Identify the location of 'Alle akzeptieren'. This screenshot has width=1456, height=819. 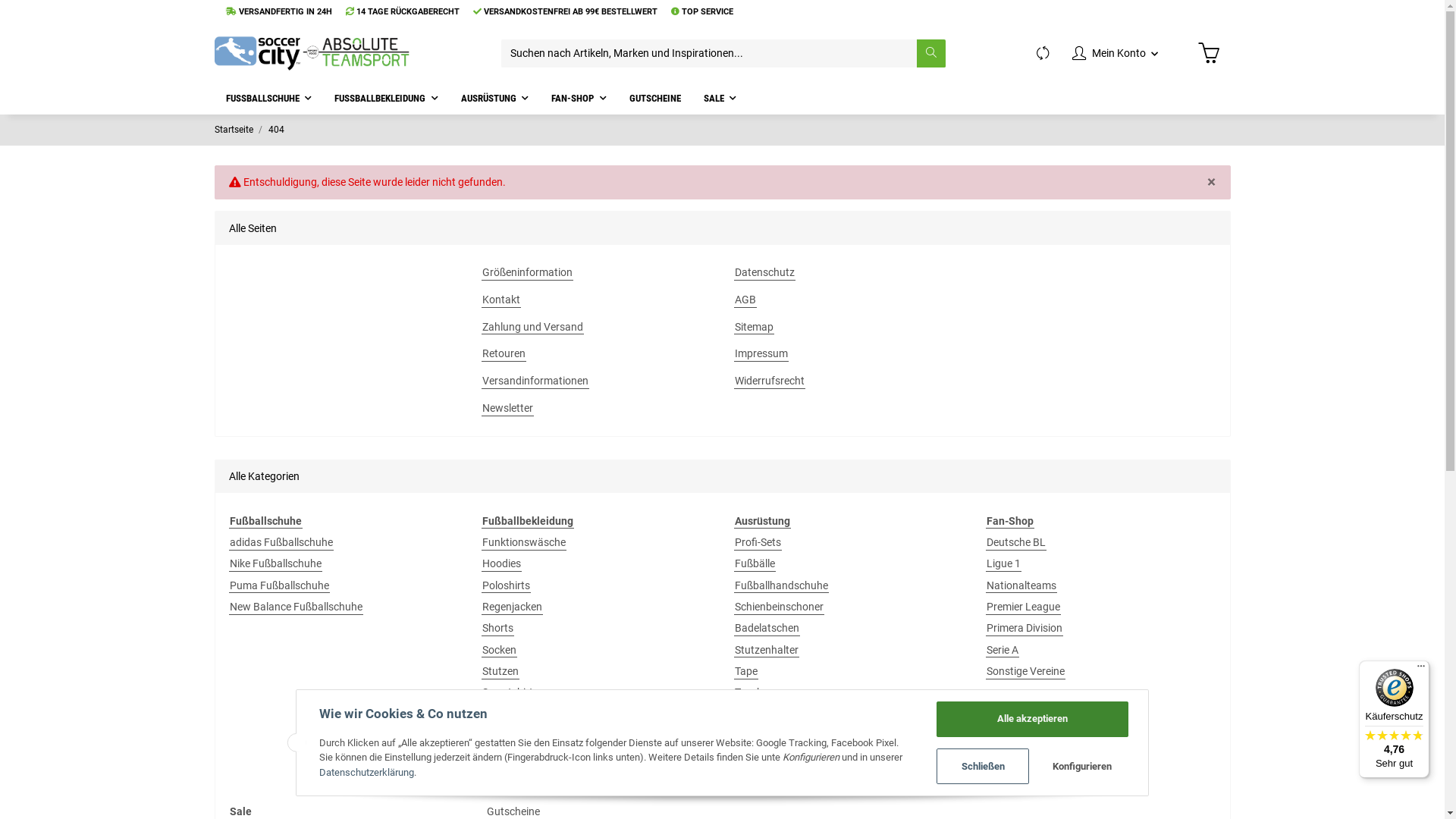
(1031, 718).